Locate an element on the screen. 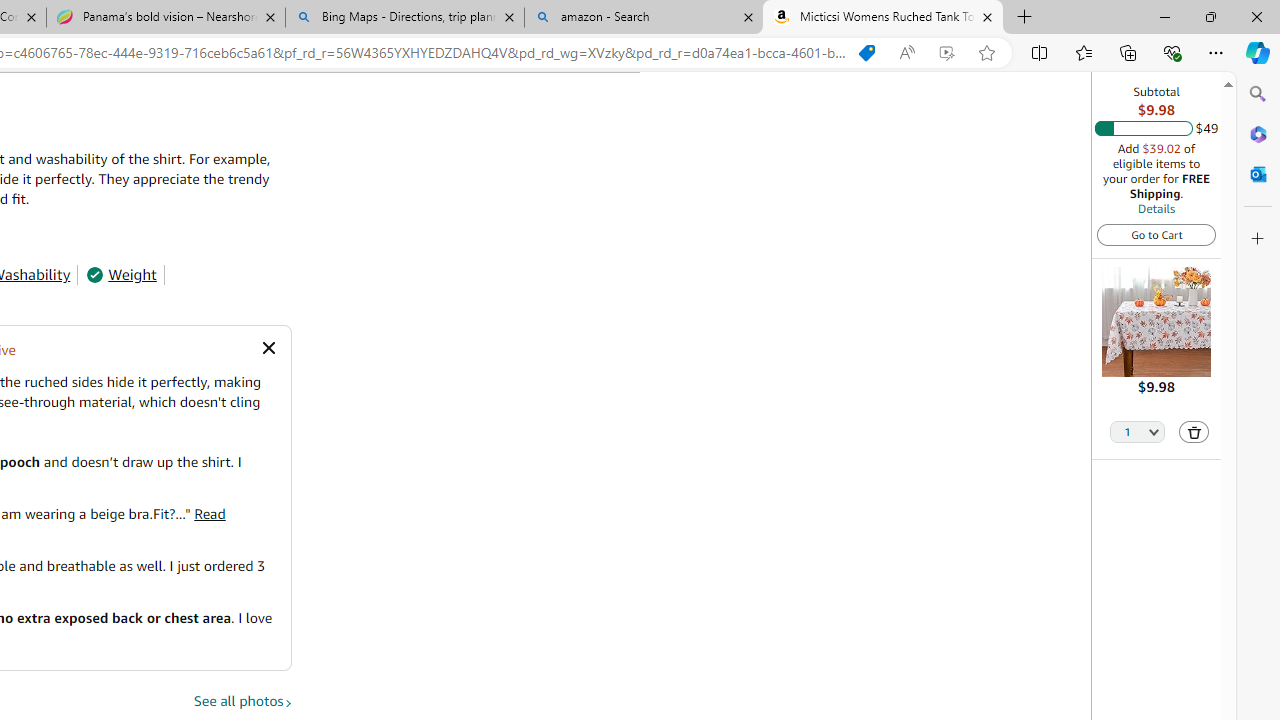  'amazon - Search' is located at coordinates (643, 17).